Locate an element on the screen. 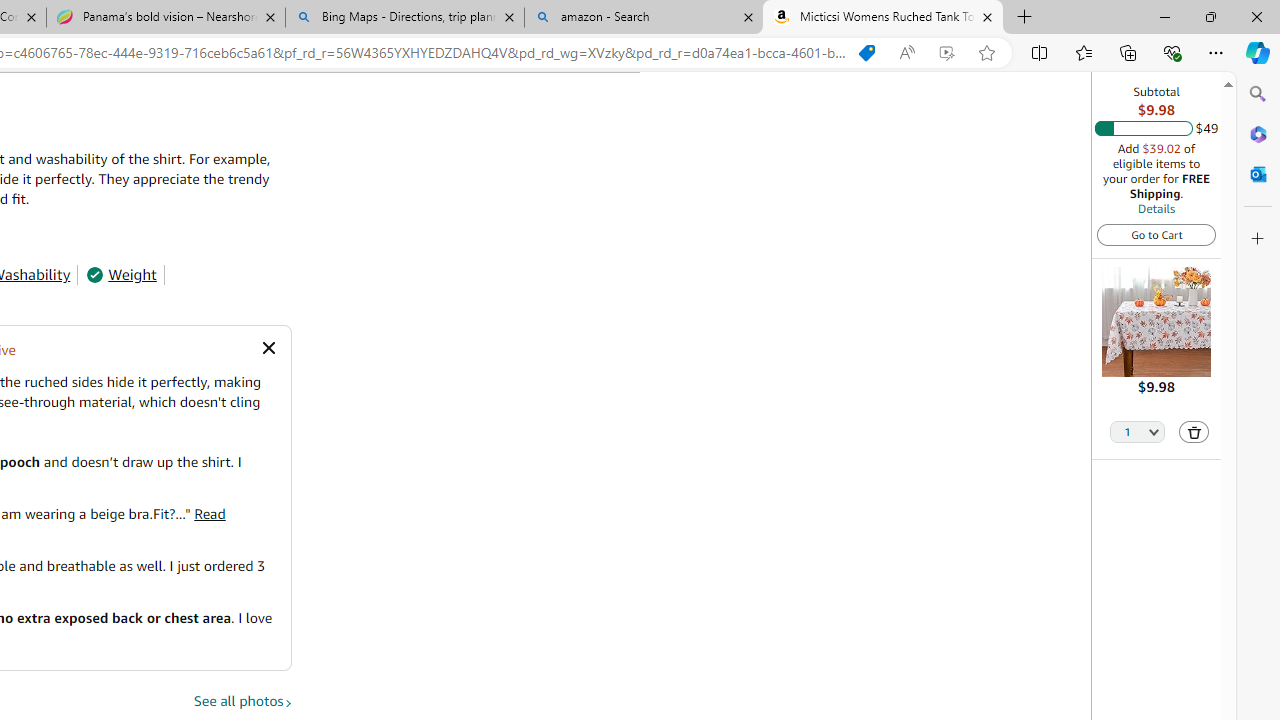  'amazon - Search' is located at coordinates (643, 17).